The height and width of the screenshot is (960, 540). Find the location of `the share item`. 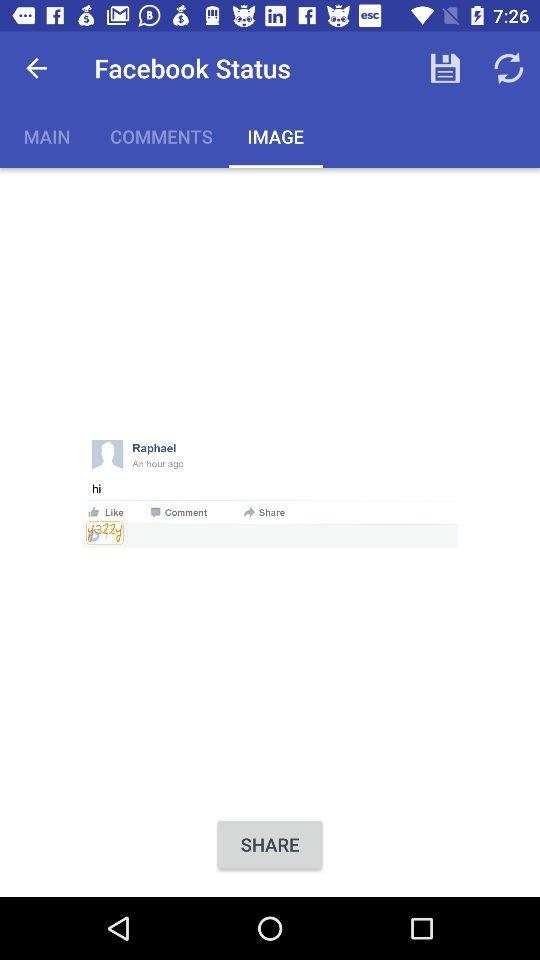

the share item is located at coordinates (270, 843).